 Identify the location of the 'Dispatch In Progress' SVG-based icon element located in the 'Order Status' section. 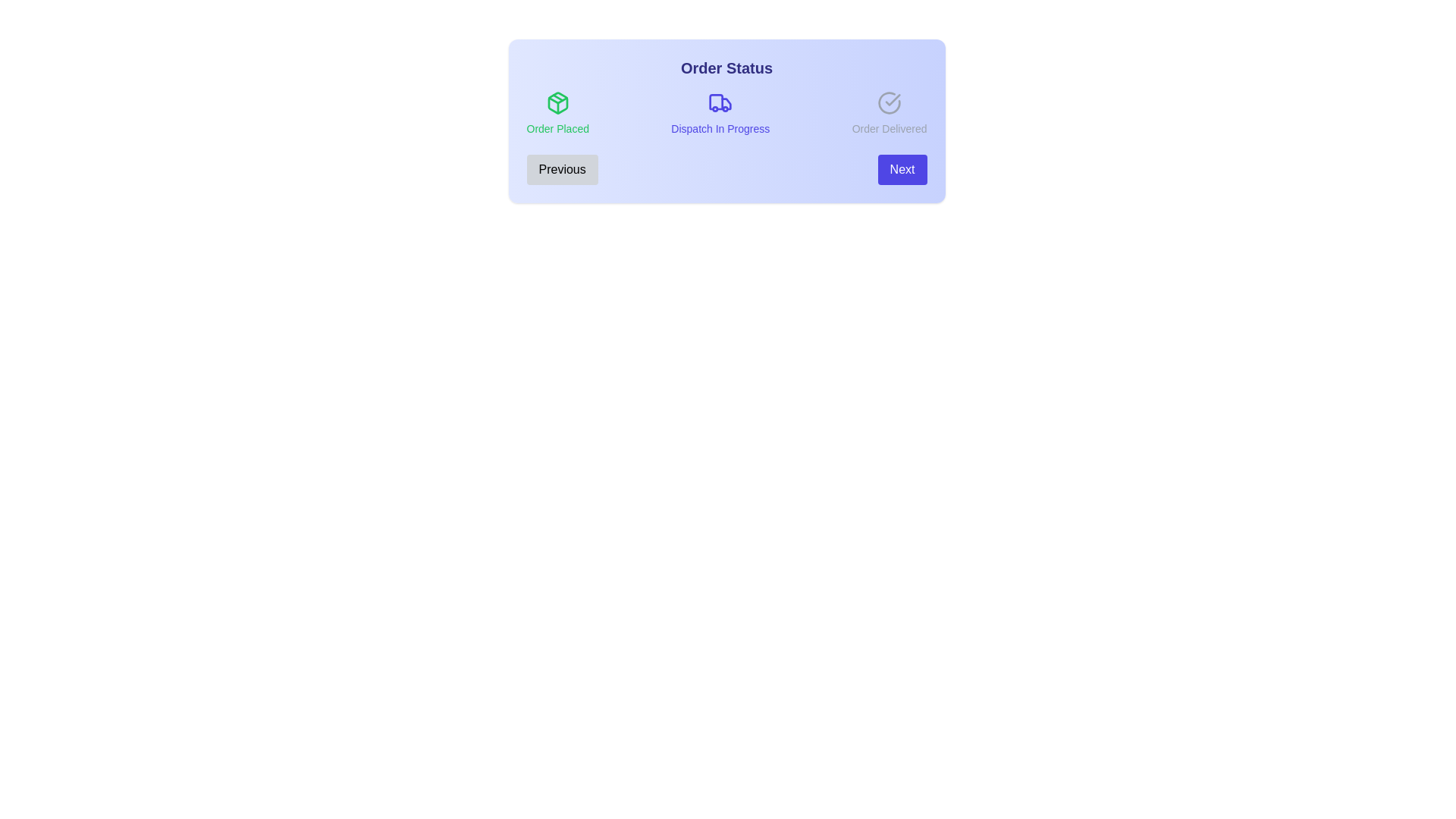
(720, 102).